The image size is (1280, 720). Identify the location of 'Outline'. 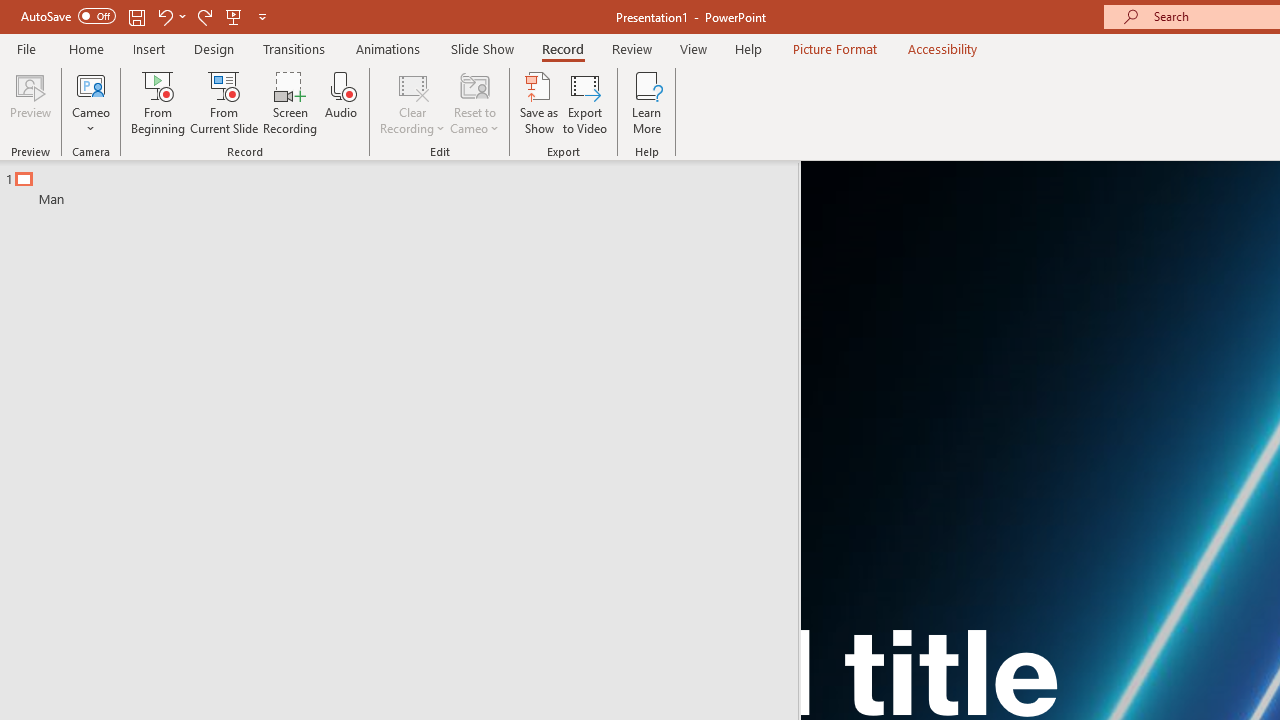
(407, 184).